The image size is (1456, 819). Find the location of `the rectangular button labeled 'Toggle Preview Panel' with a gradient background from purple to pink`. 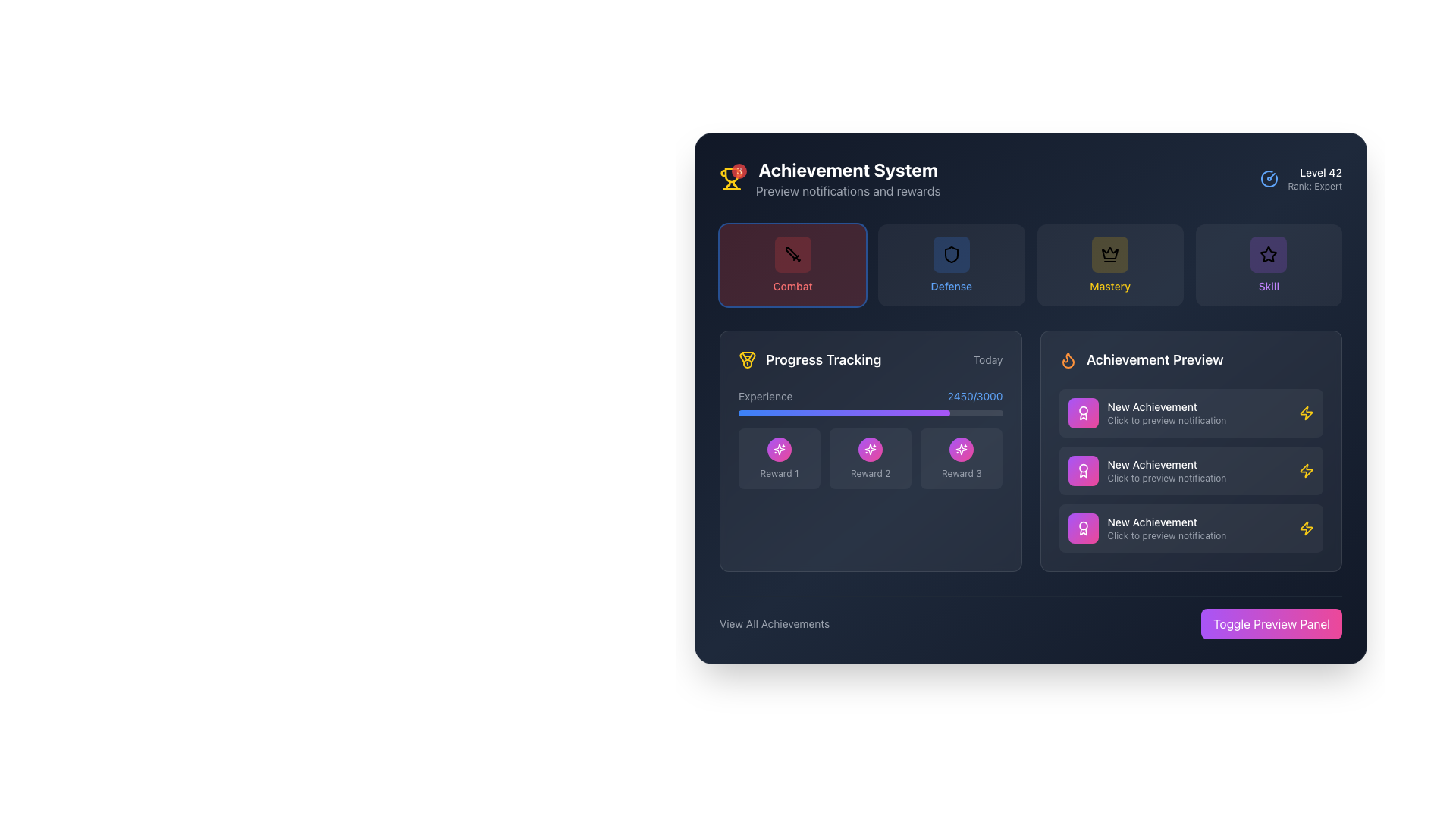

the rectangular button labeled 'Toggle Preview Panel' with a gradient background from purple to pink is located at coordinates (1272, 623).